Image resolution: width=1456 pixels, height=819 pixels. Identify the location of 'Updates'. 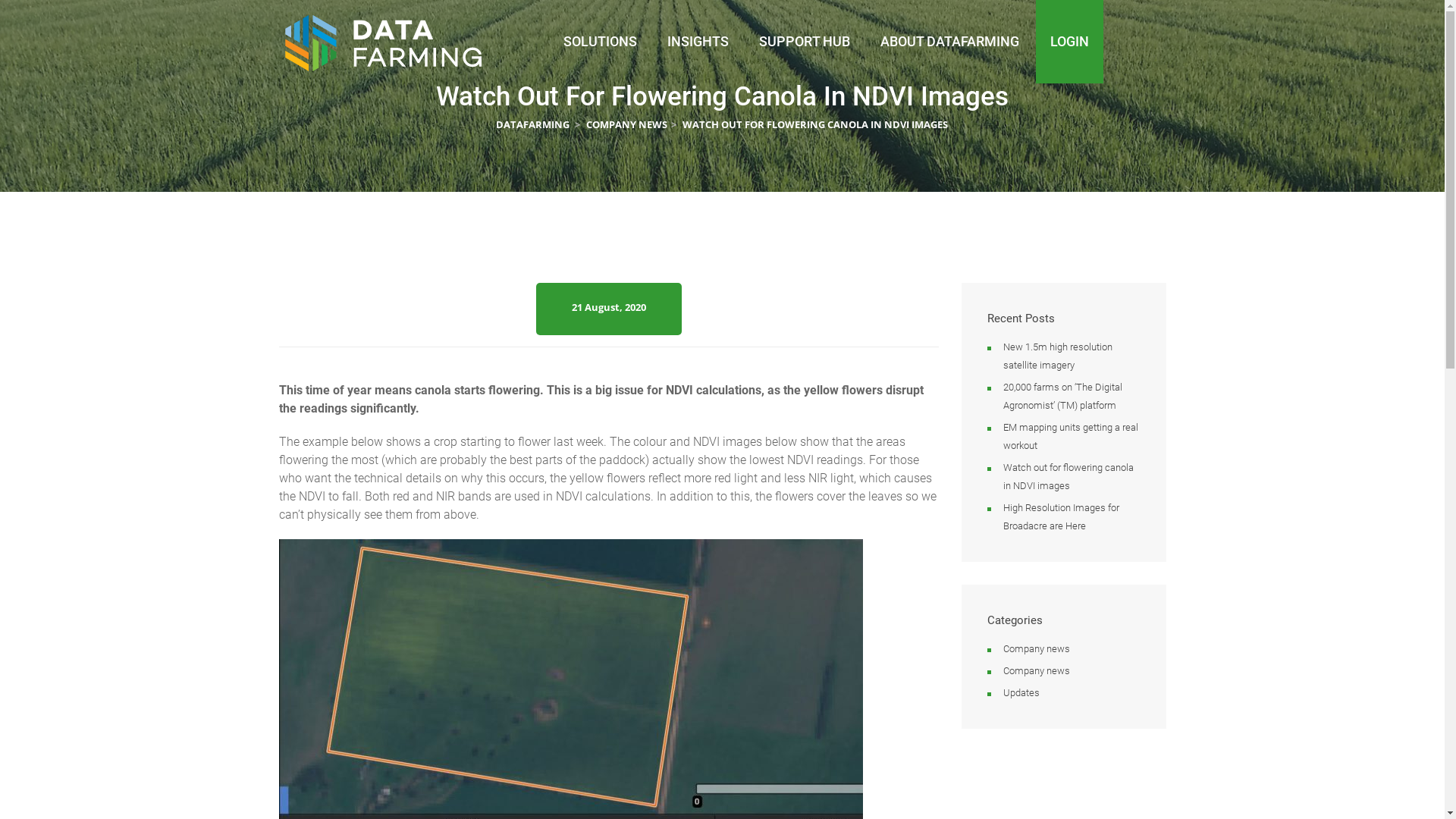
(1020, 692).